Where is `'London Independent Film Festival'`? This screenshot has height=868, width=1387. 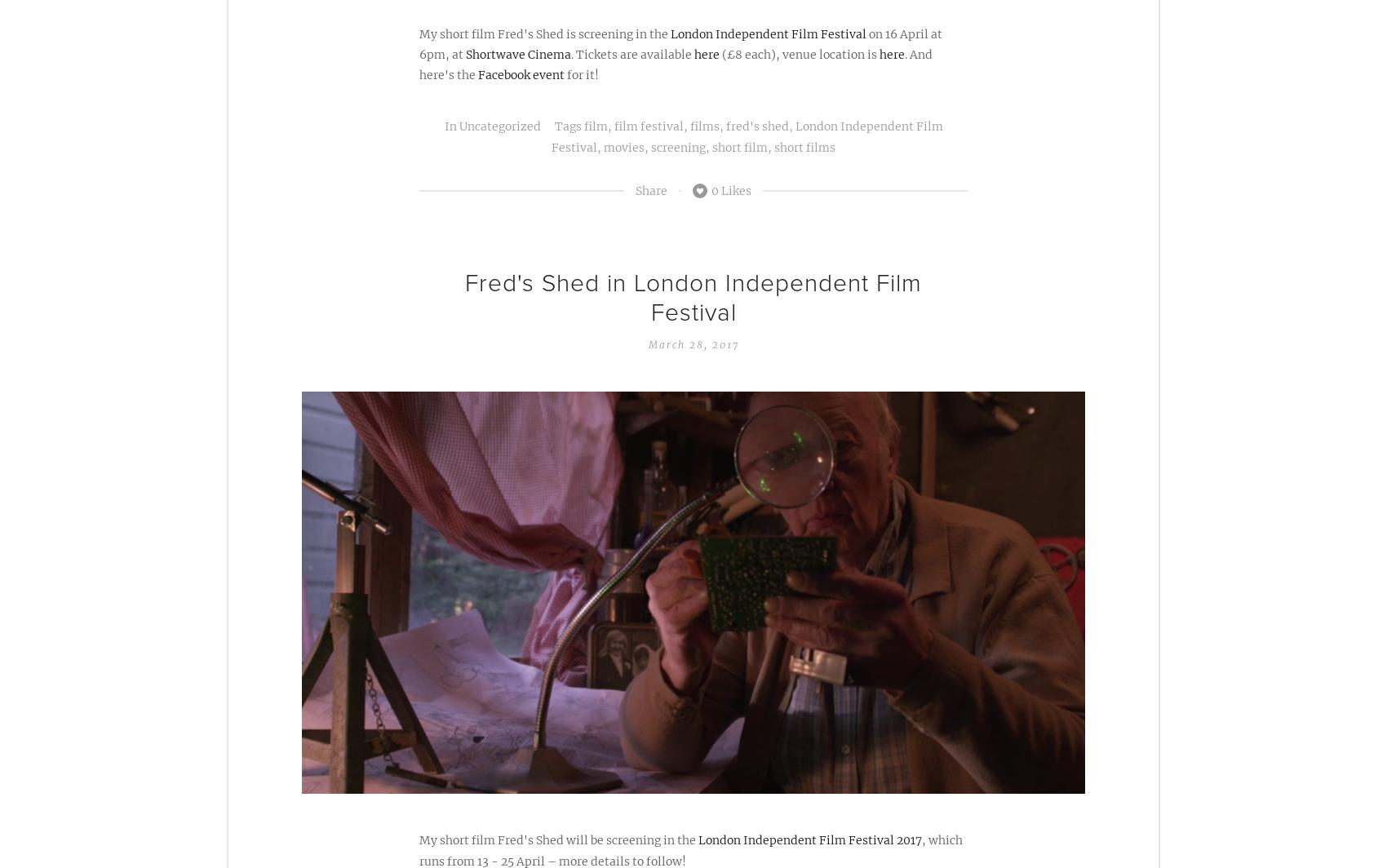 'London Independent Film Festival' is located at coordinates (768, 33).